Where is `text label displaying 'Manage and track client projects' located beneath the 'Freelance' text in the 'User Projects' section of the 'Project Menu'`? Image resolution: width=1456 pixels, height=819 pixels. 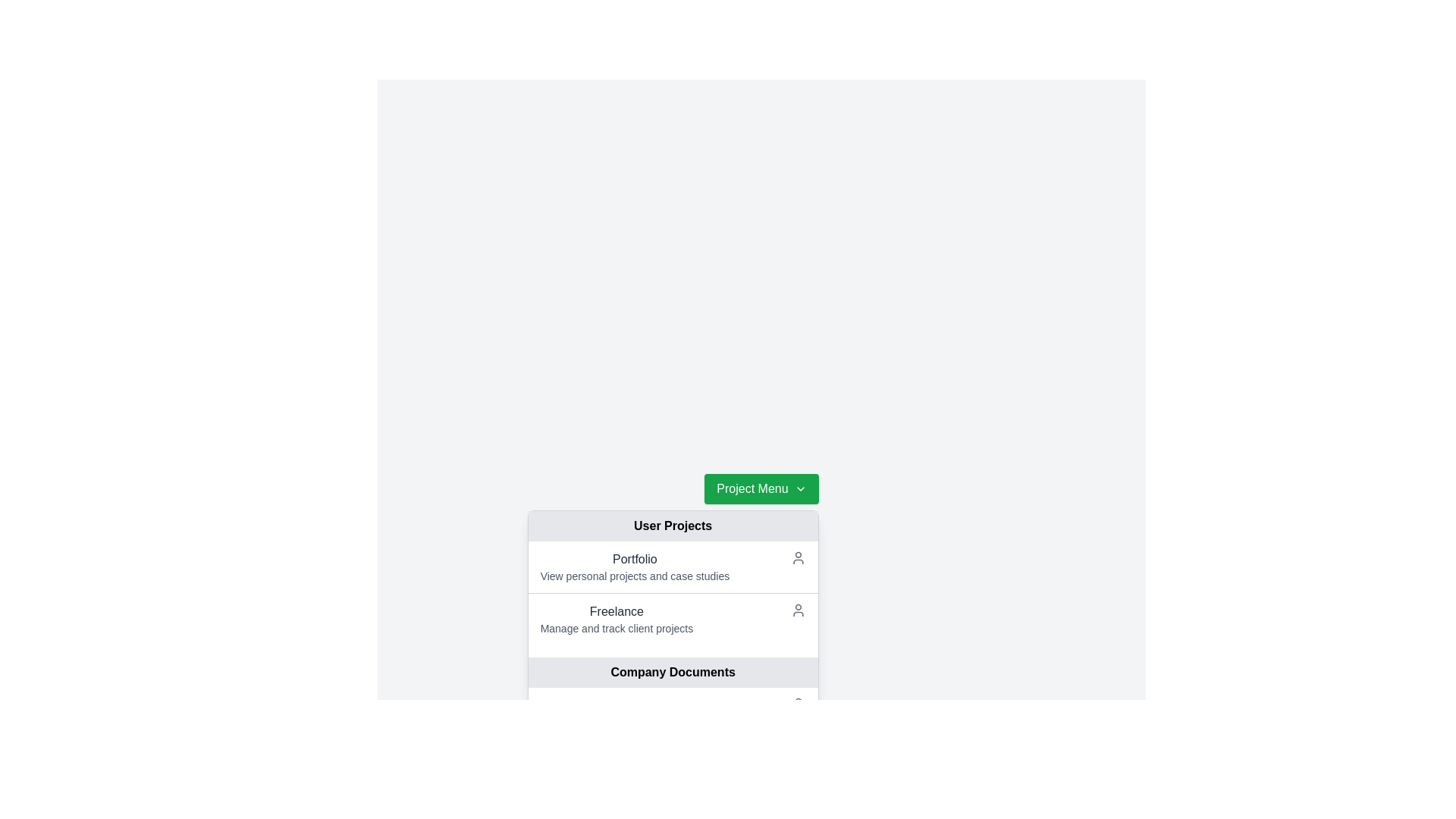
text label displaying 'Manage and track client projects' located beneath the 'Freelance' text in the 'User Projects' section of the 'Project Menu' is located at coordinates (617, 629).